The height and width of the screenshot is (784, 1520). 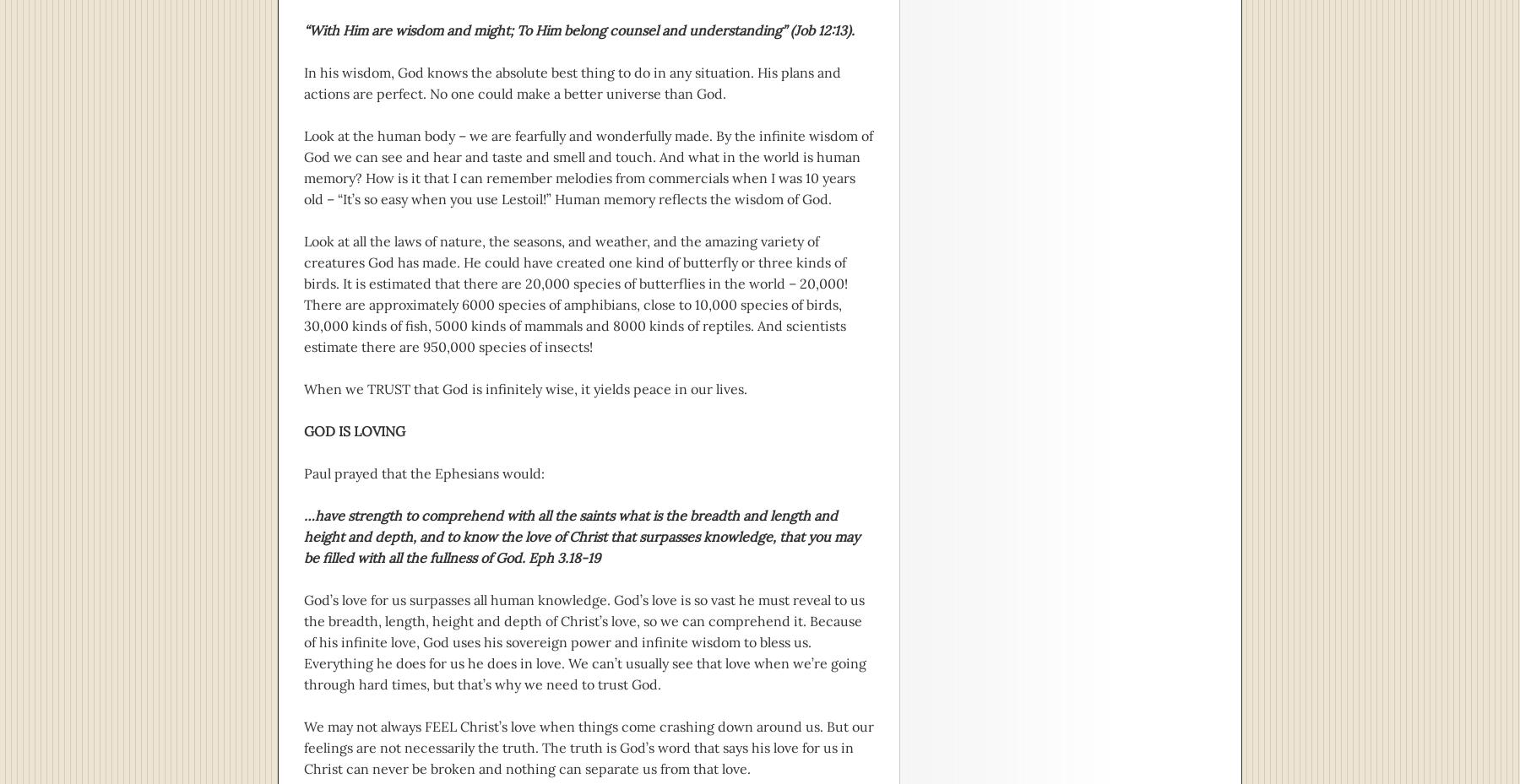 What do you see at coordinates (578, 30) in the screenshot?
I see `'“With Him are wisdom and might; To Him belong counsel and understanding” (Job 12:13).'` at bounding box center [578, 30].